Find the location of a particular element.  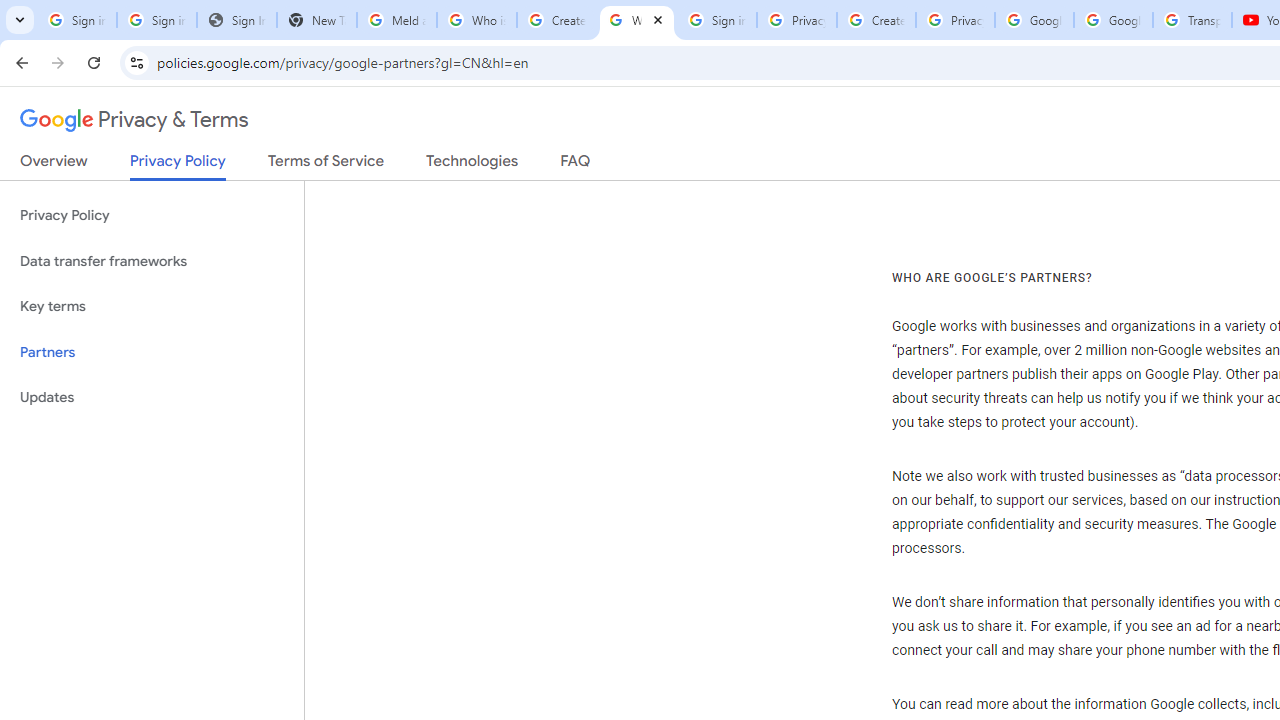

'Google Account' is located at coordinates (1112, 20).